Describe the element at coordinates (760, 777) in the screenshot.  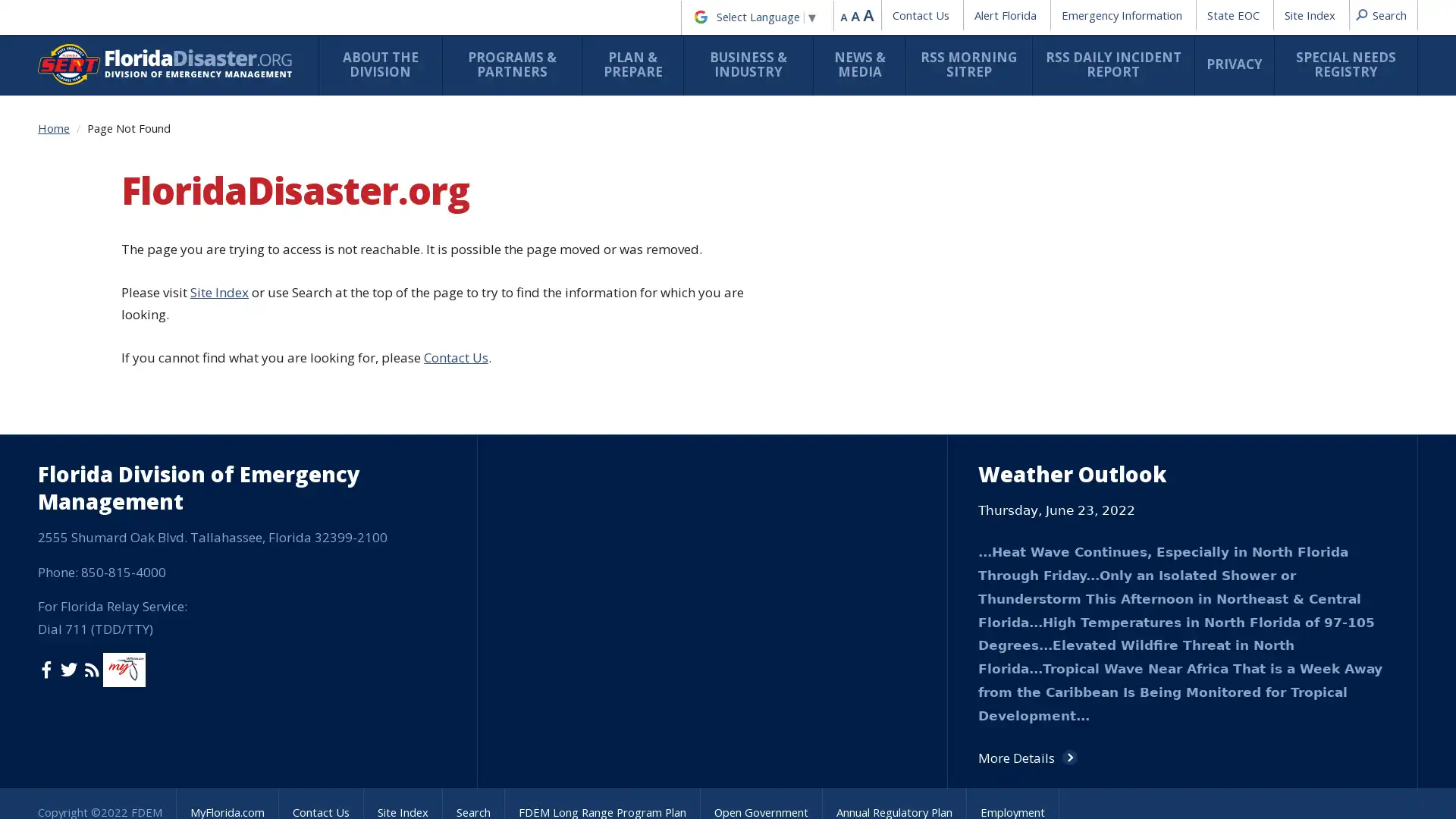
I see `Toggle More` at that location.